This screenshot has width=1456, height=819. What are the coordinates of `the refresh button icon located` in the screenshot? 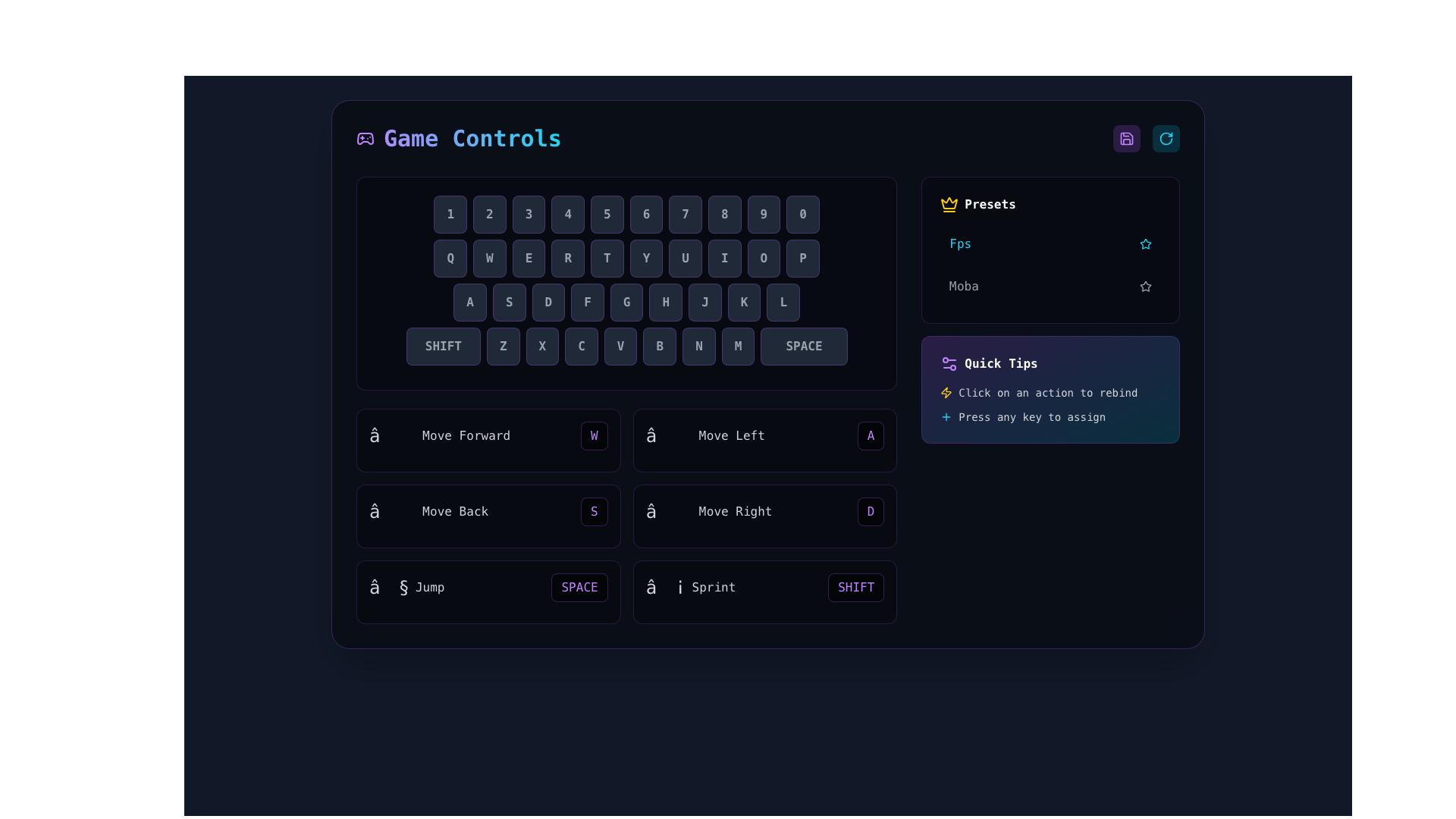 It's located at (1165, 138).